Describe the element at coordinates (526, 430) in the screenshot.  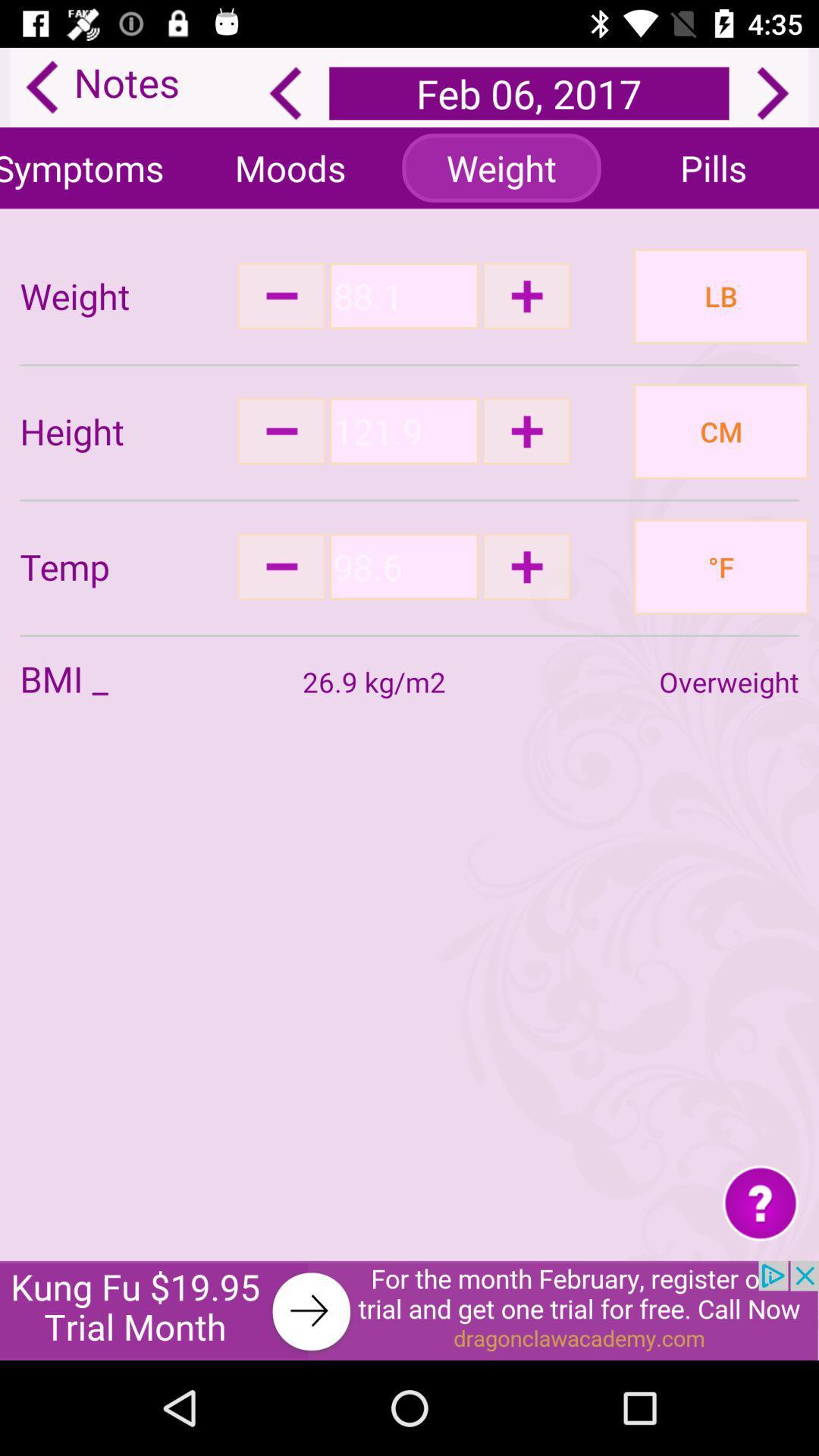
I see `the add icon` at that location.